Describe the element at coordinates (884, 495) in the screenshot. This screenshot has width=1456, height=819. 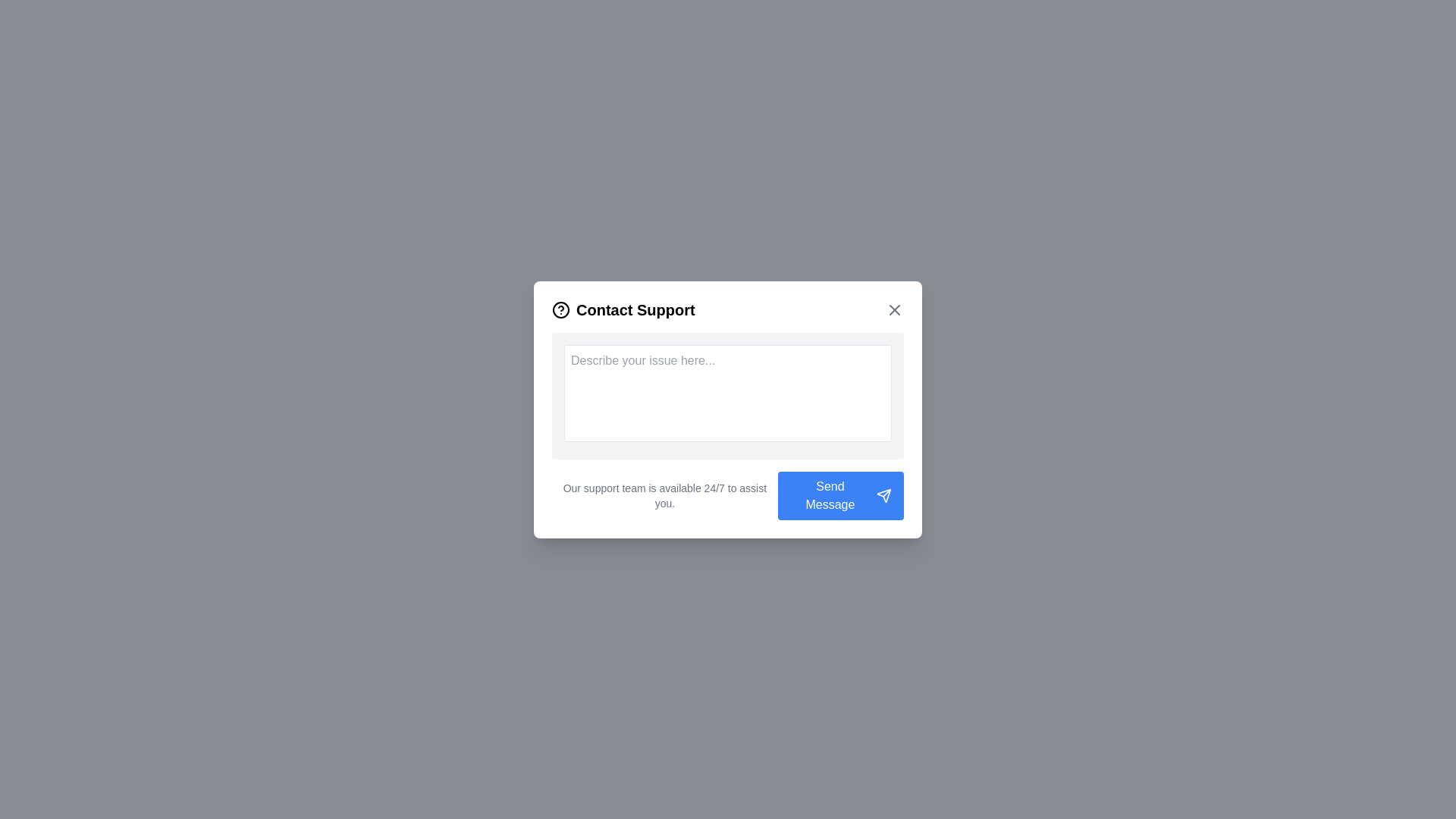
I see `the triangular 'send' icon within the 'Send Message' button located at the bottom-right corner of the 'Contact Support' modal` at that location.